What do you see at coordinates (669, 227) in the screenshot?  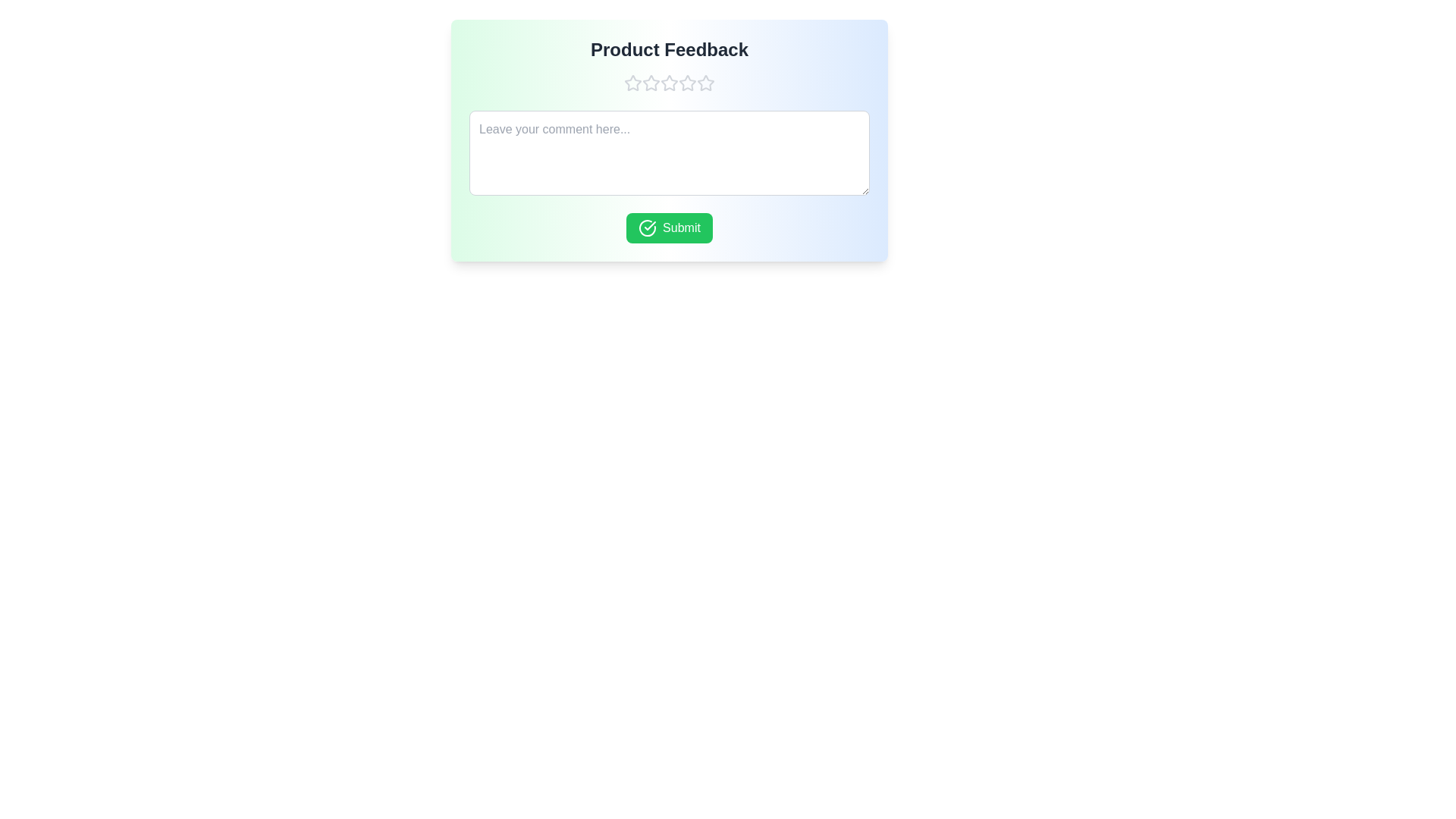 I see `the submit button to send feedback` at bounding box center [669, 227].